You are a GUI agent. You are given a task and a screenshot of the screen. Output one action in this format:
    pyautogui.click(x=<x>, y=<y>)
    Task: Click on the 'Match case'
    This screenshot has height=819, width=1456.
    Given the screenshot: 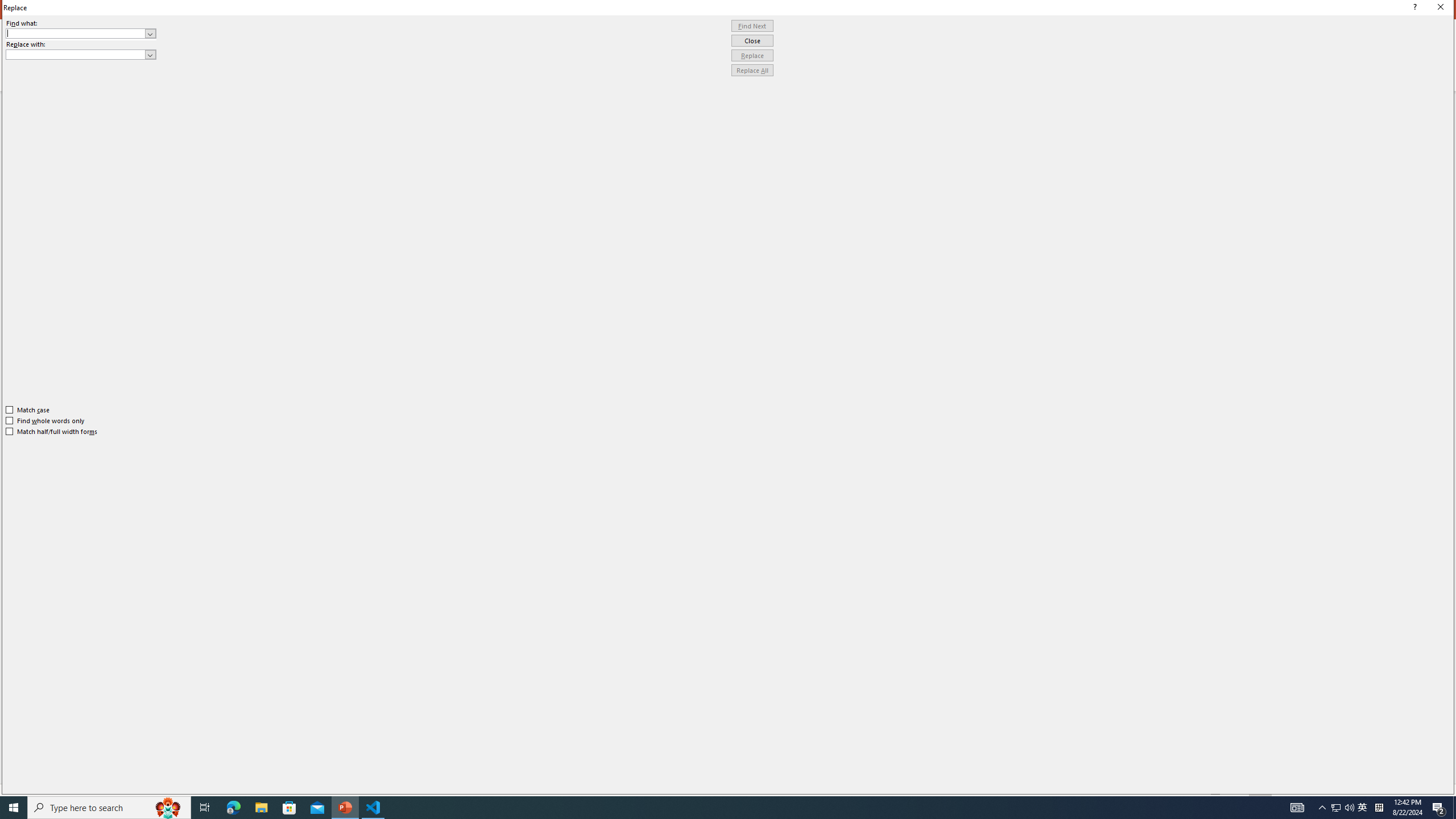 What is the action you would take?
    pyautogui.click(x=27, y=409)
    